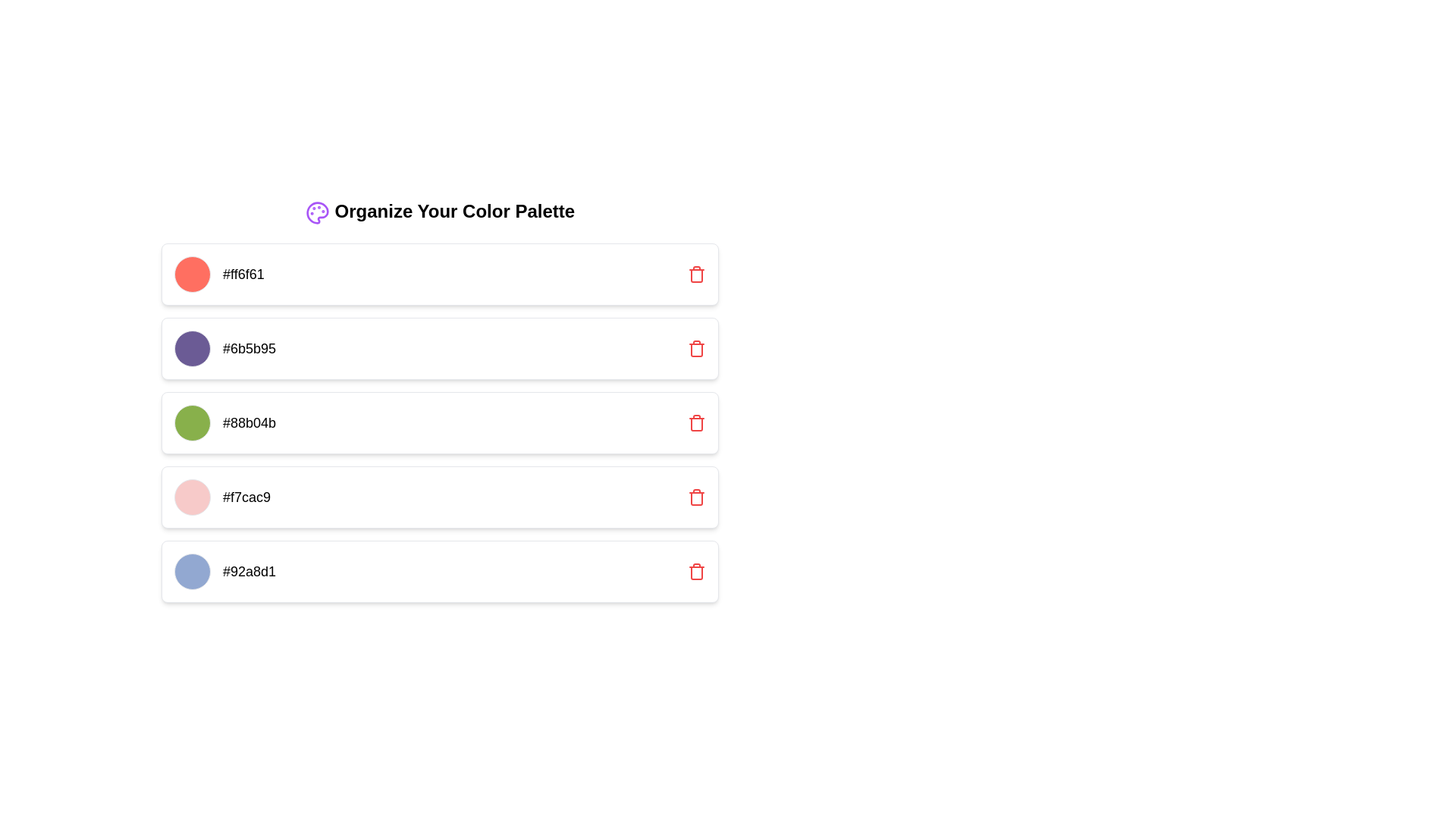  I want to click on the red trash icon located to the far right of the second item in the vertical list, so click(695, 348).